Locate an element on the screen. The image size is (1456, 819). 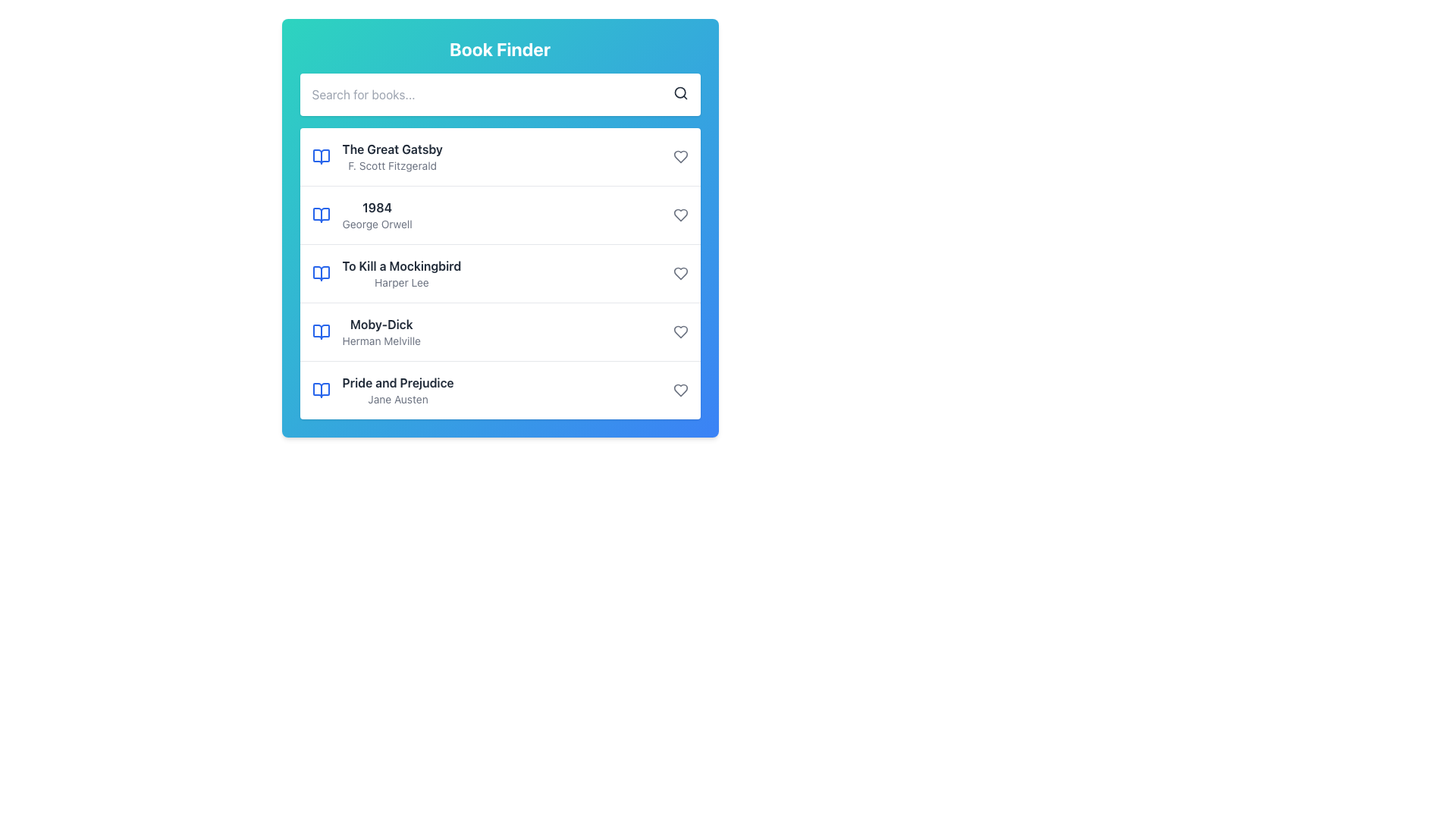
the text label displaying 'Moby-Dick' is located at coordinates (381, 324).